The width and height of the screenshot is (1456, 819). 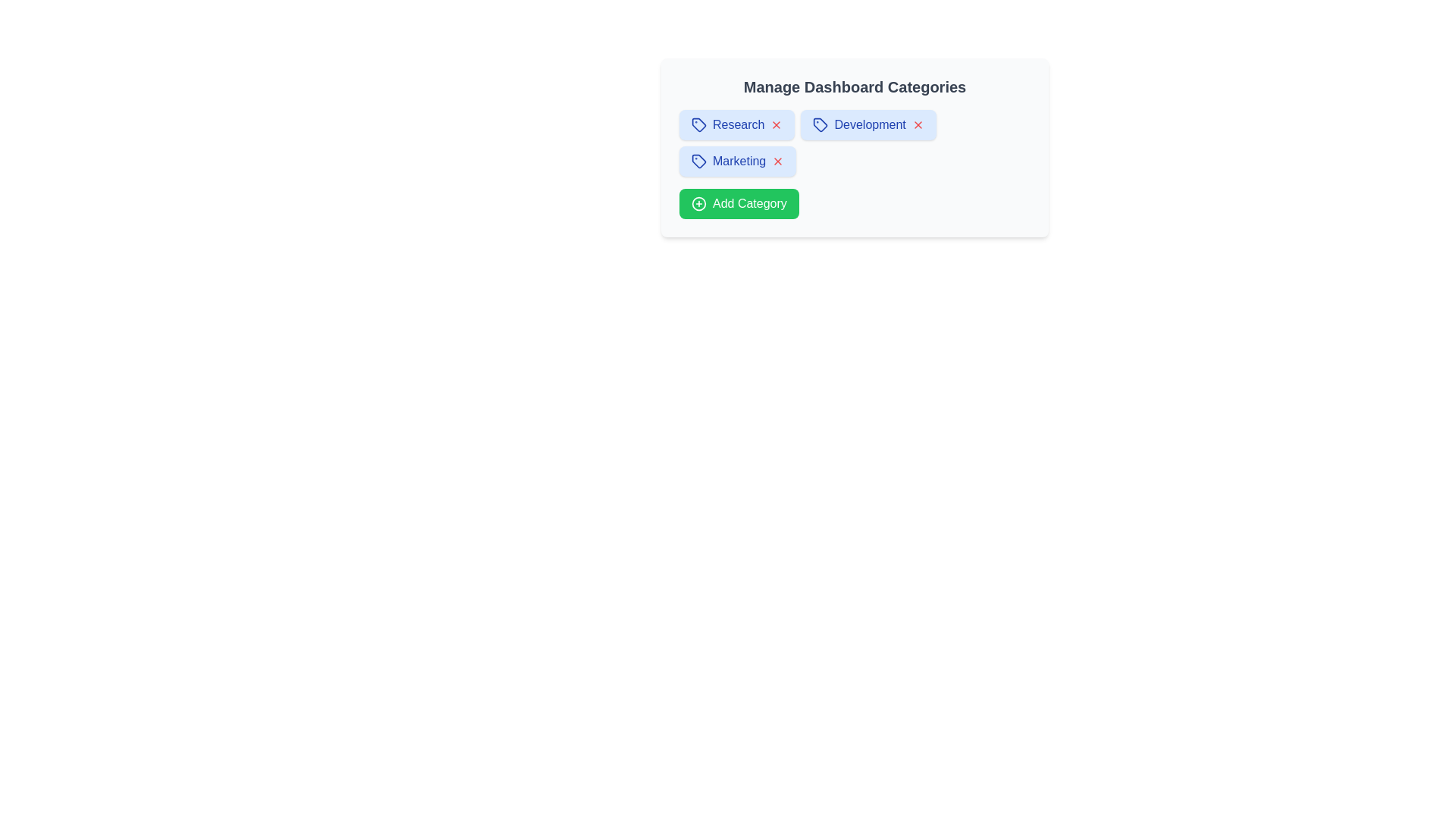 What do you see at coordinates (868, 124) in the screenshot?
I see `the category chip labeled Development` at bounding box center [868, 124].